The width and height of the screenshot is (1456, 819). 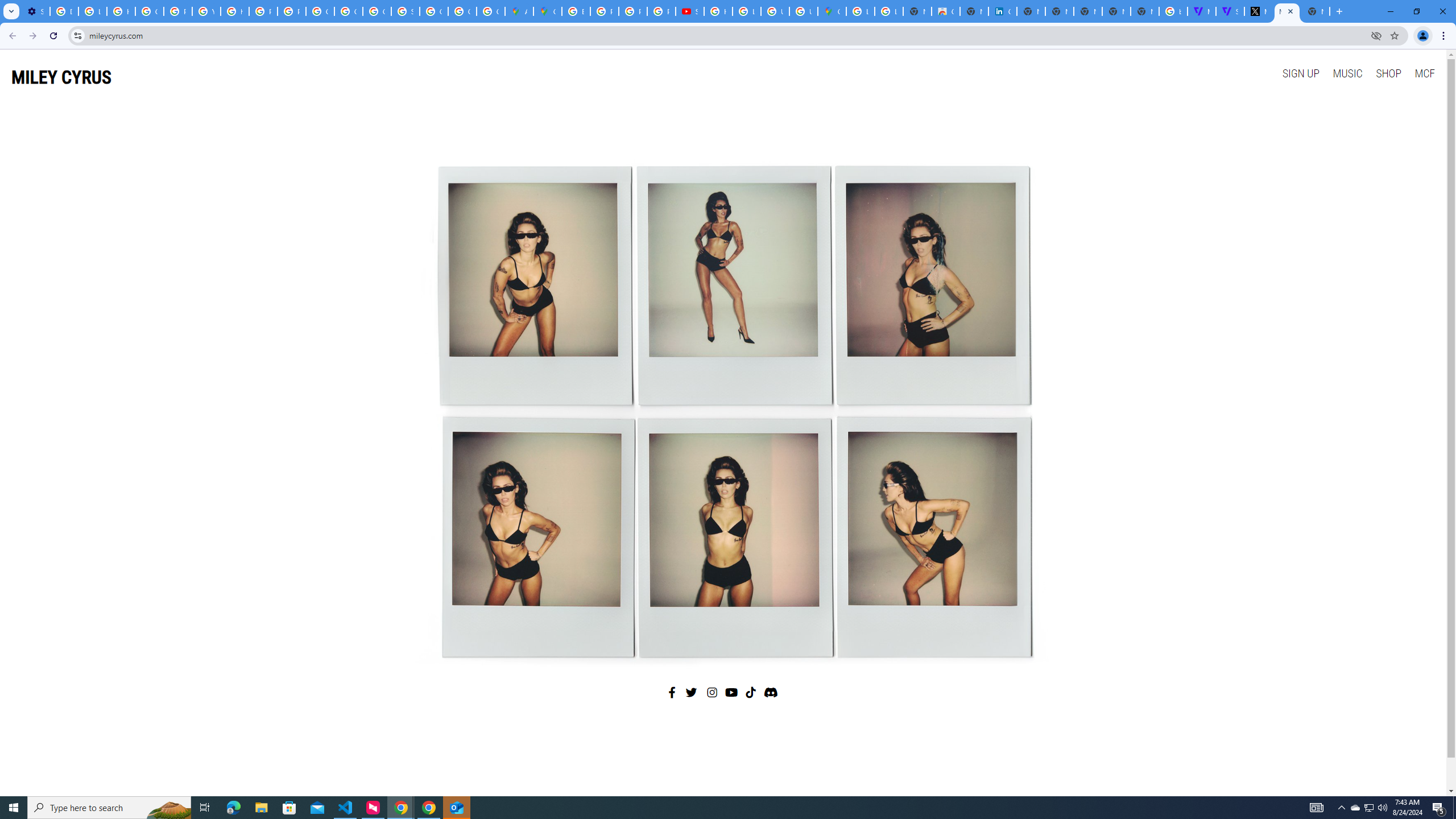 What do you see at coordinates (35, 11) in the screenshot?
I see `'Settings - Customize profile'` at bounding box center [35, 11].